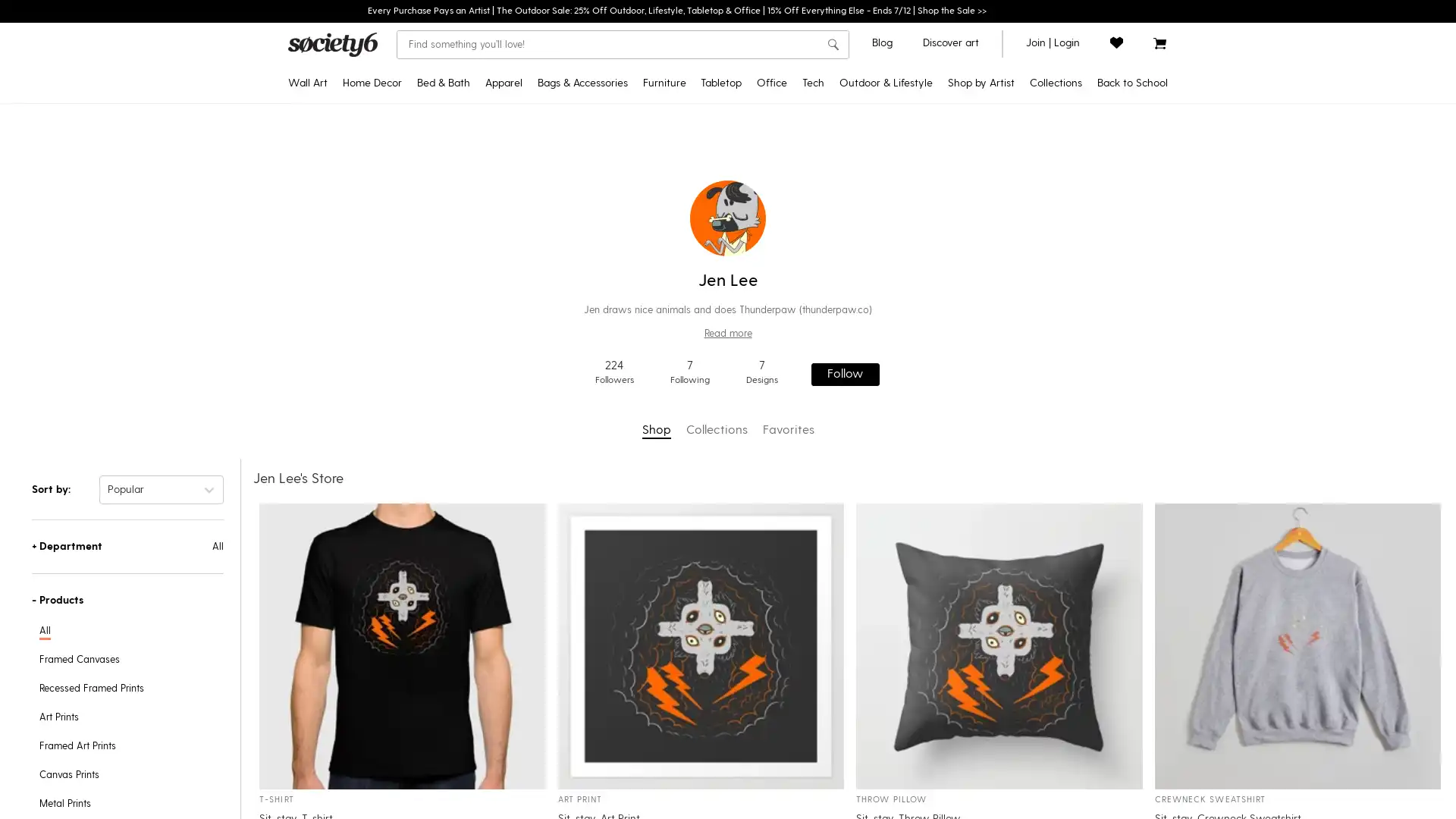 The height and width of the screenshot is (819, 1456). Describe the element at coordinates (1054, 83) in the screenshot. I see `Collections` at that location.